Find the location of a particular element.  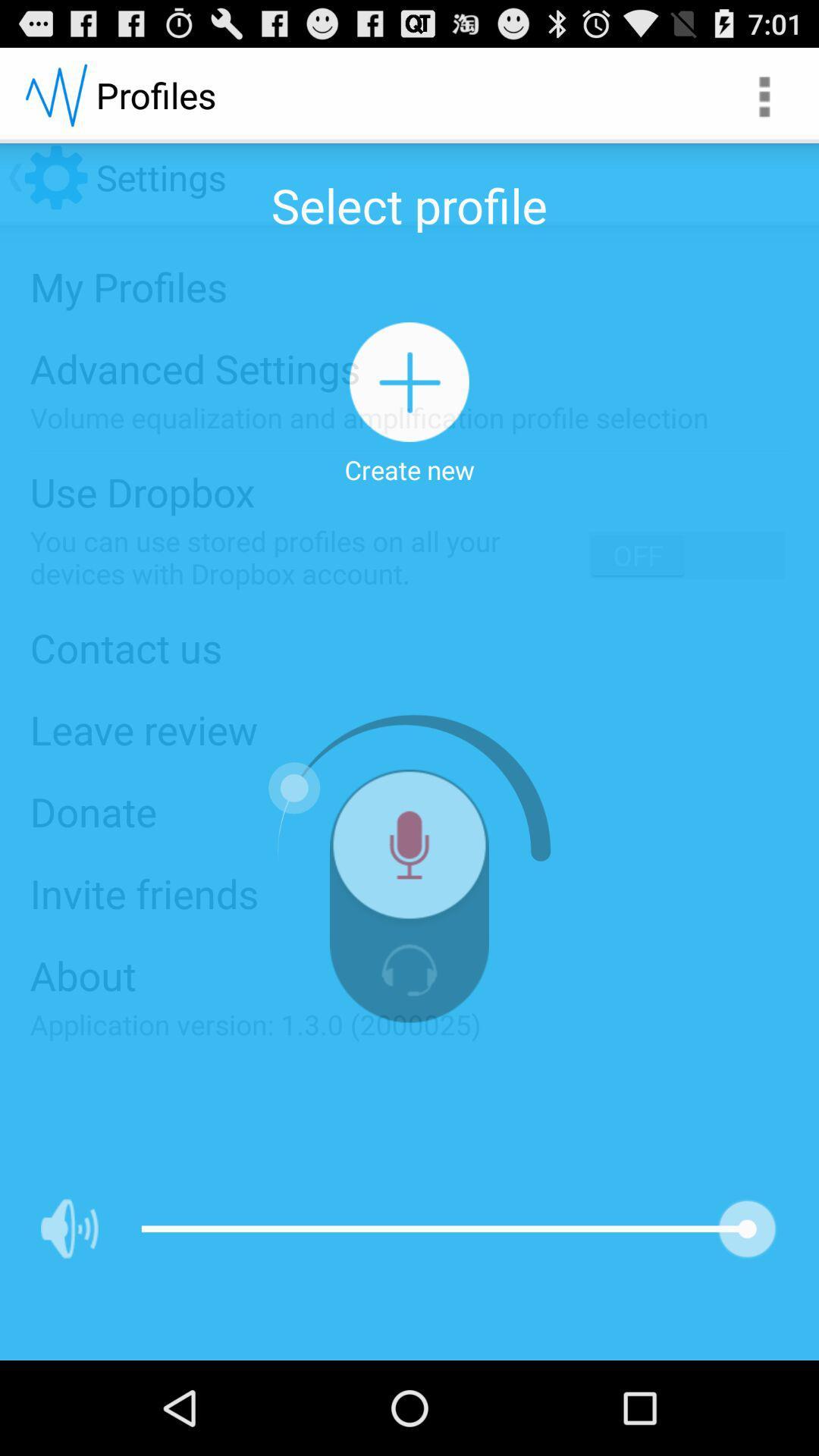

the app next to the profiles is located at coordinates (763, 94).